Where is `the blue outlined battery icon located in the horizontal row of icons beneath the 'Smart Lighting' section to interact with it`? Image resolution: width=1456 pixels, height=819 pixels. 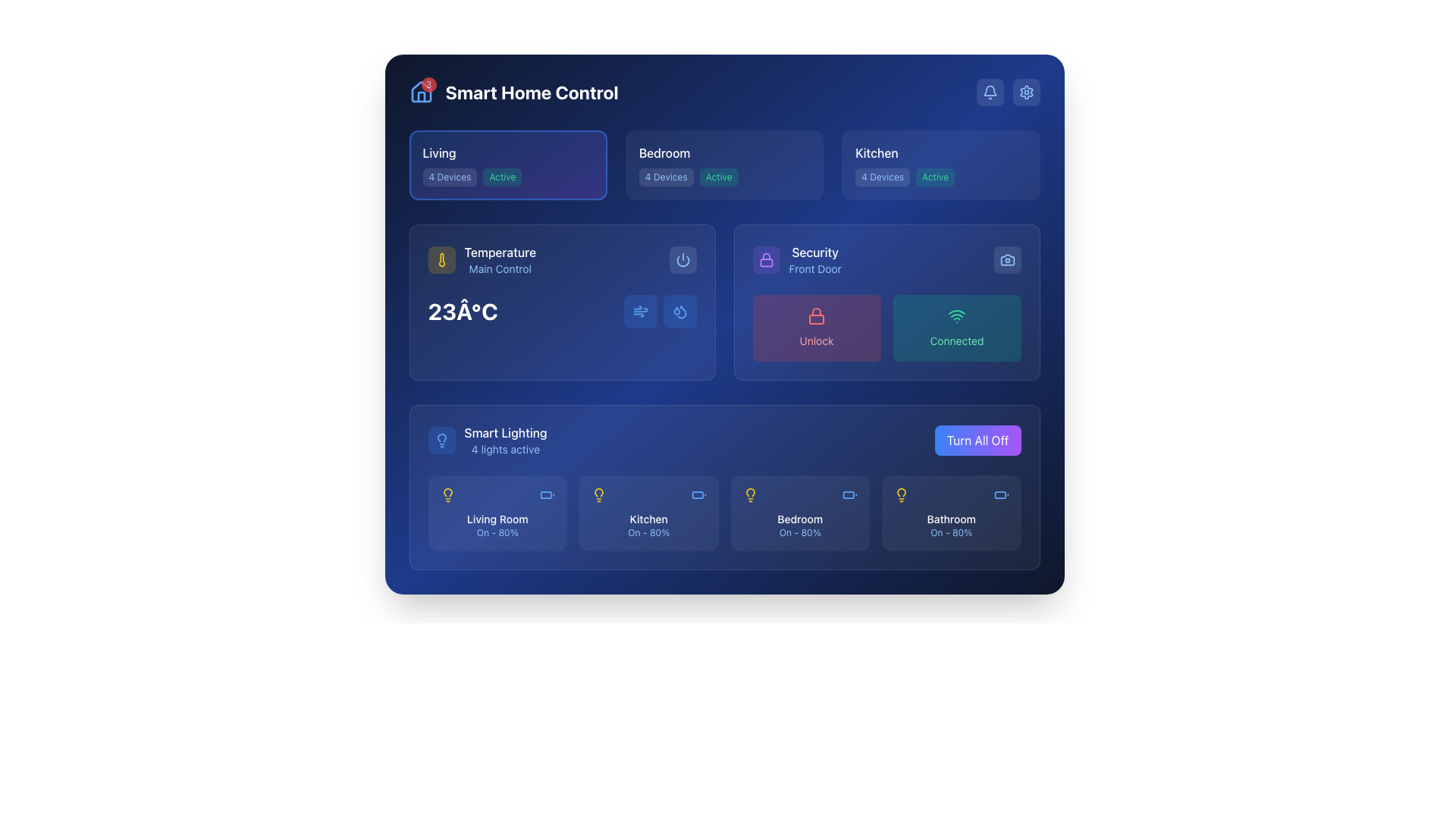
the blue outlined battery icon located in the horizontal row of icons beneath the 'Smart Lighting' section to interact with it is located at coordinates (546, 494).